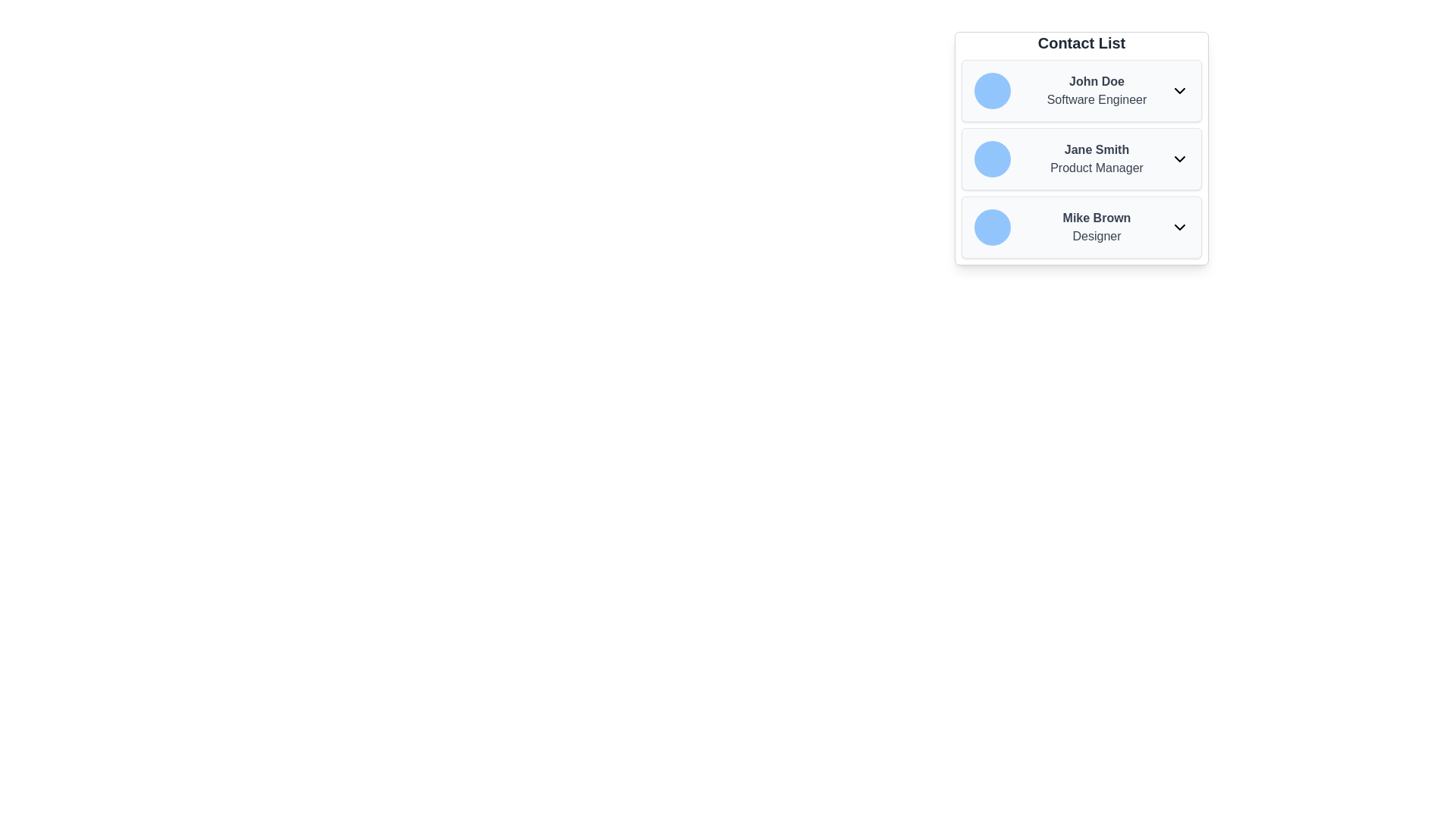  I want to click on text descriptor associated with the contact 'John Doe', which is located directly below the name in the 'Contact List' section at the top-right of the display, so click(1097, 99).